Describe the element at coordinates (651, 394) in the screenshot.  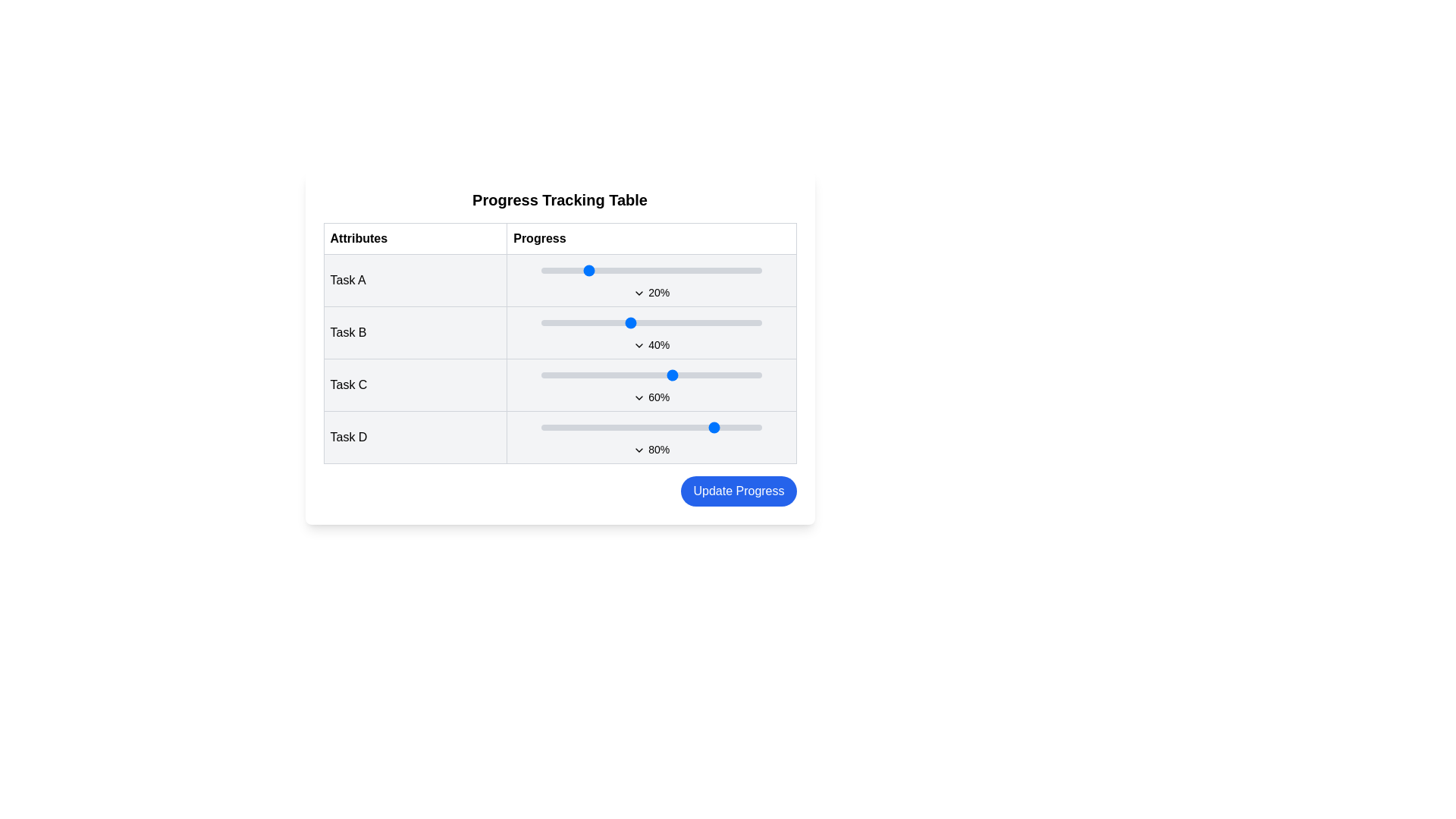
I see `the Text Label displaying the current progress percentage in the third row of the progress tracking table, located in the 'Progress' column` at that location.